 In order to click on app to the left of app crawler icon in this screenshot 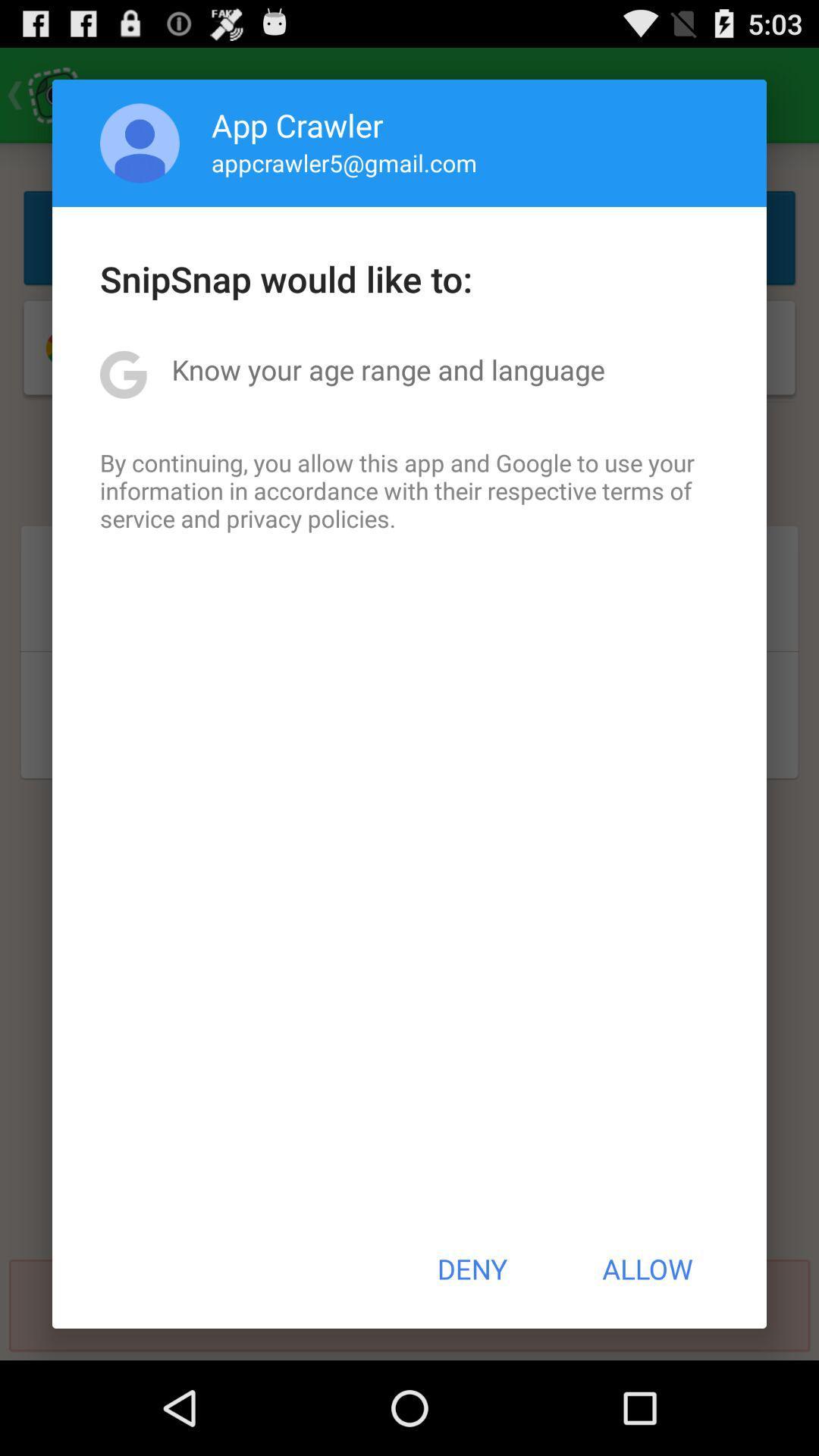, I will do `click(140, 143)`.